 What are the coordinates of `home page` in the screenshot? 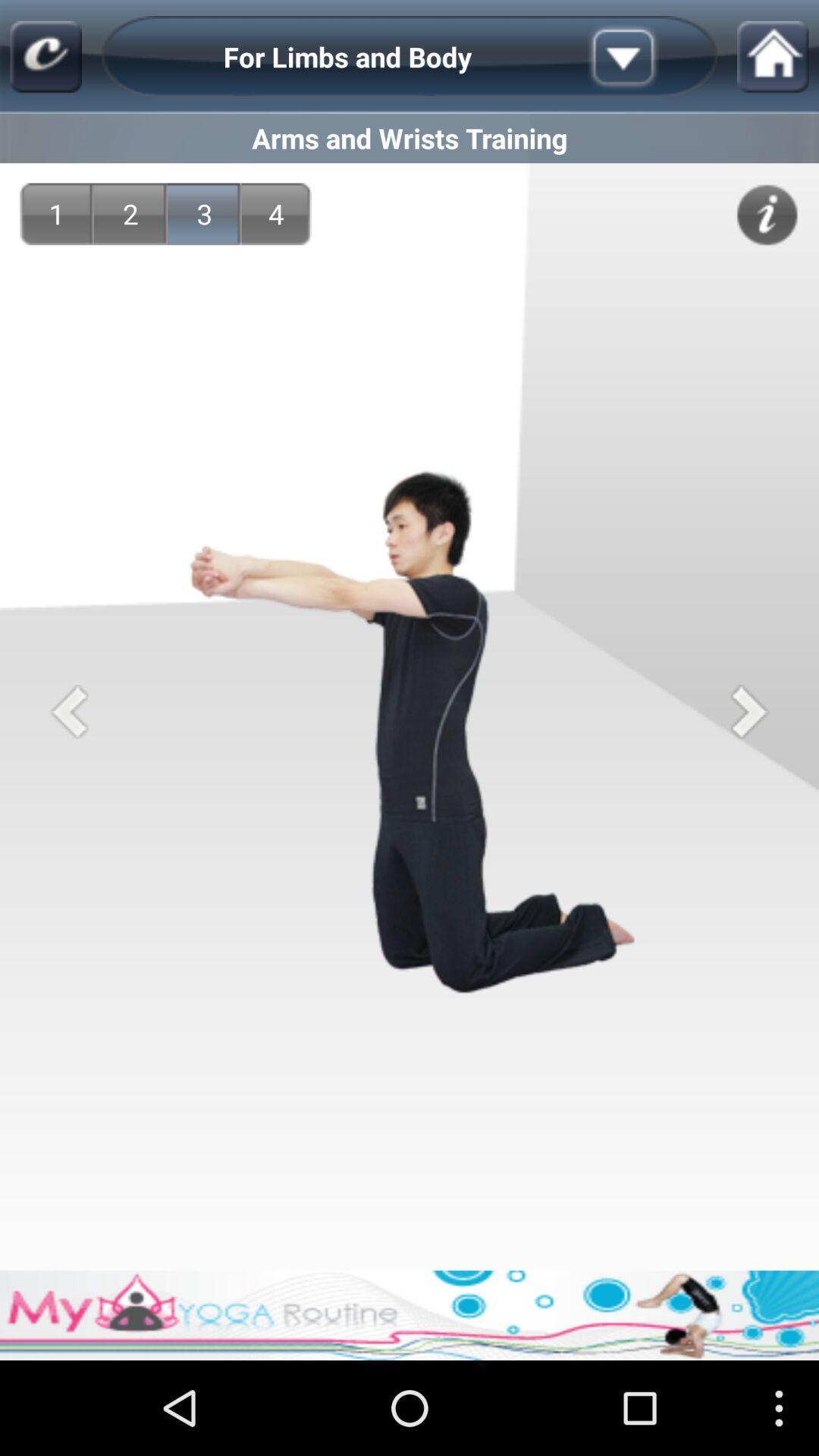 It's located at (773, 57).